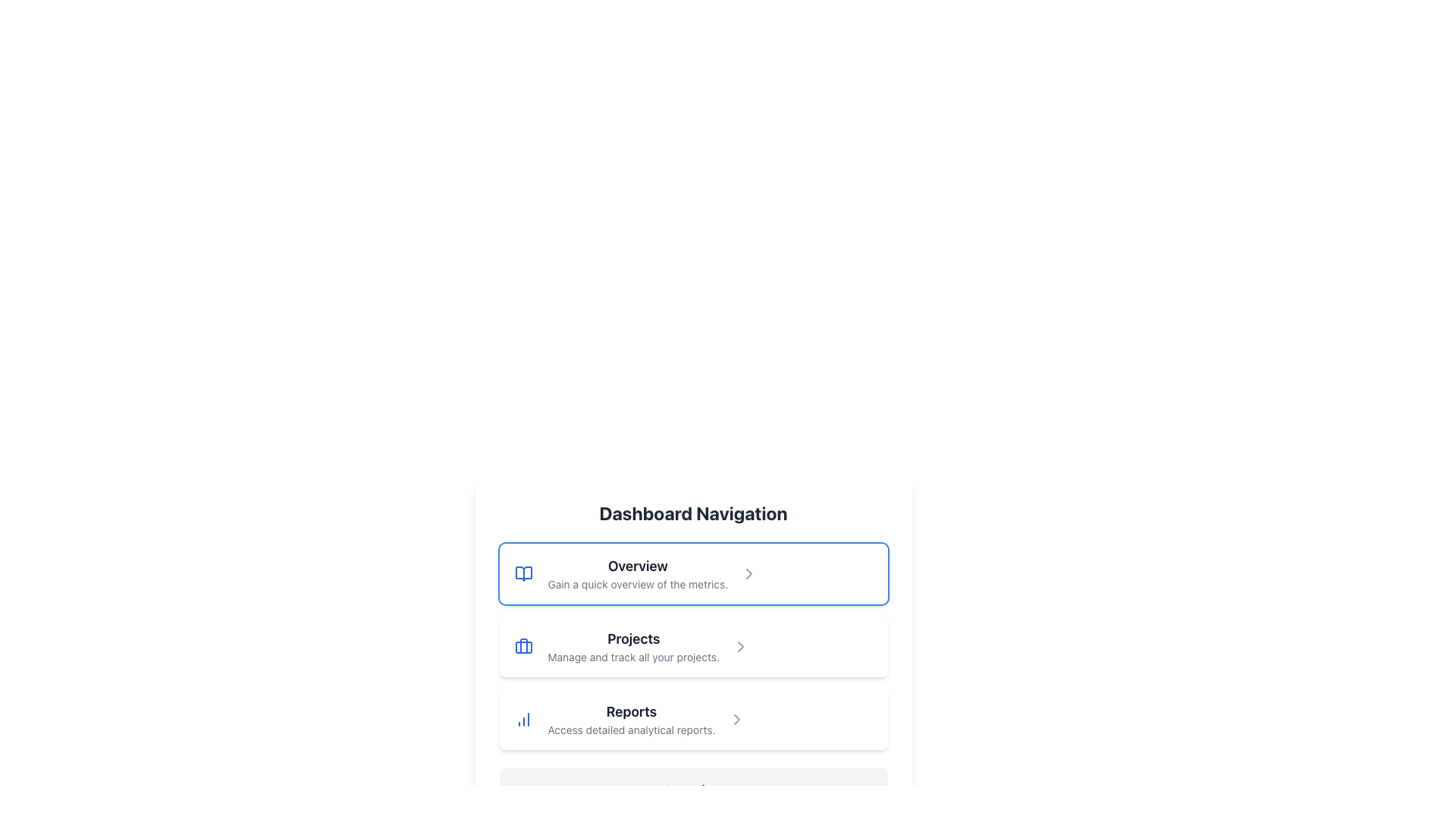 The image size is (1456, 819). What do you see at coordinates (638, 573) in the screenshot?
I see `the 'Overview' text display element that contains the descriptive text 'Gain a quick overview of the metrics'` at bounding box center [638, 573].